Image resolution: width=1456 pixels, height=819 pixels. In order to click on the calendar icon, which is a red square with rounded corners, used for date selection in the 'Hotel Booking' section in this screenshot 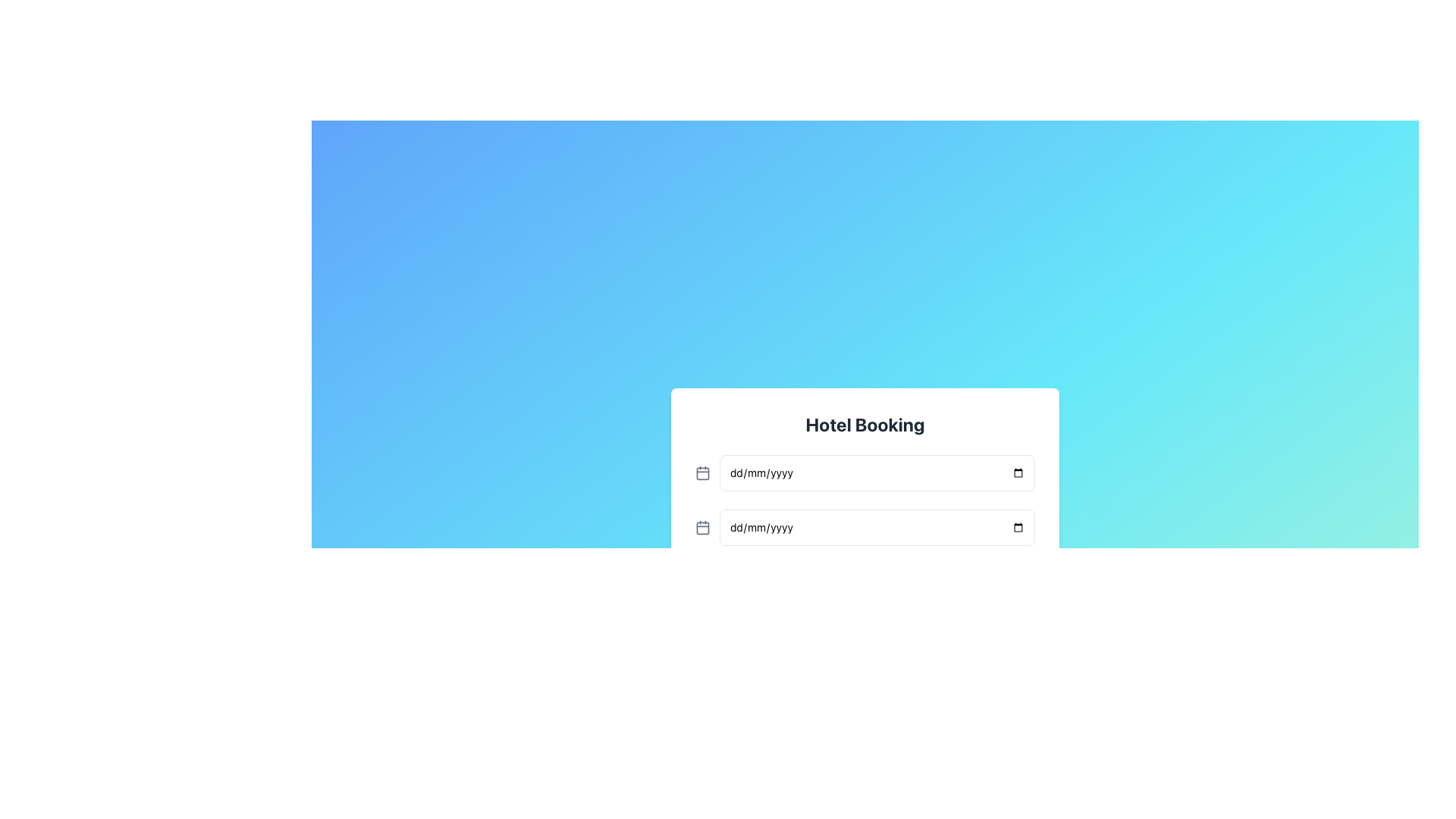, I will do `click(701, 526)`.